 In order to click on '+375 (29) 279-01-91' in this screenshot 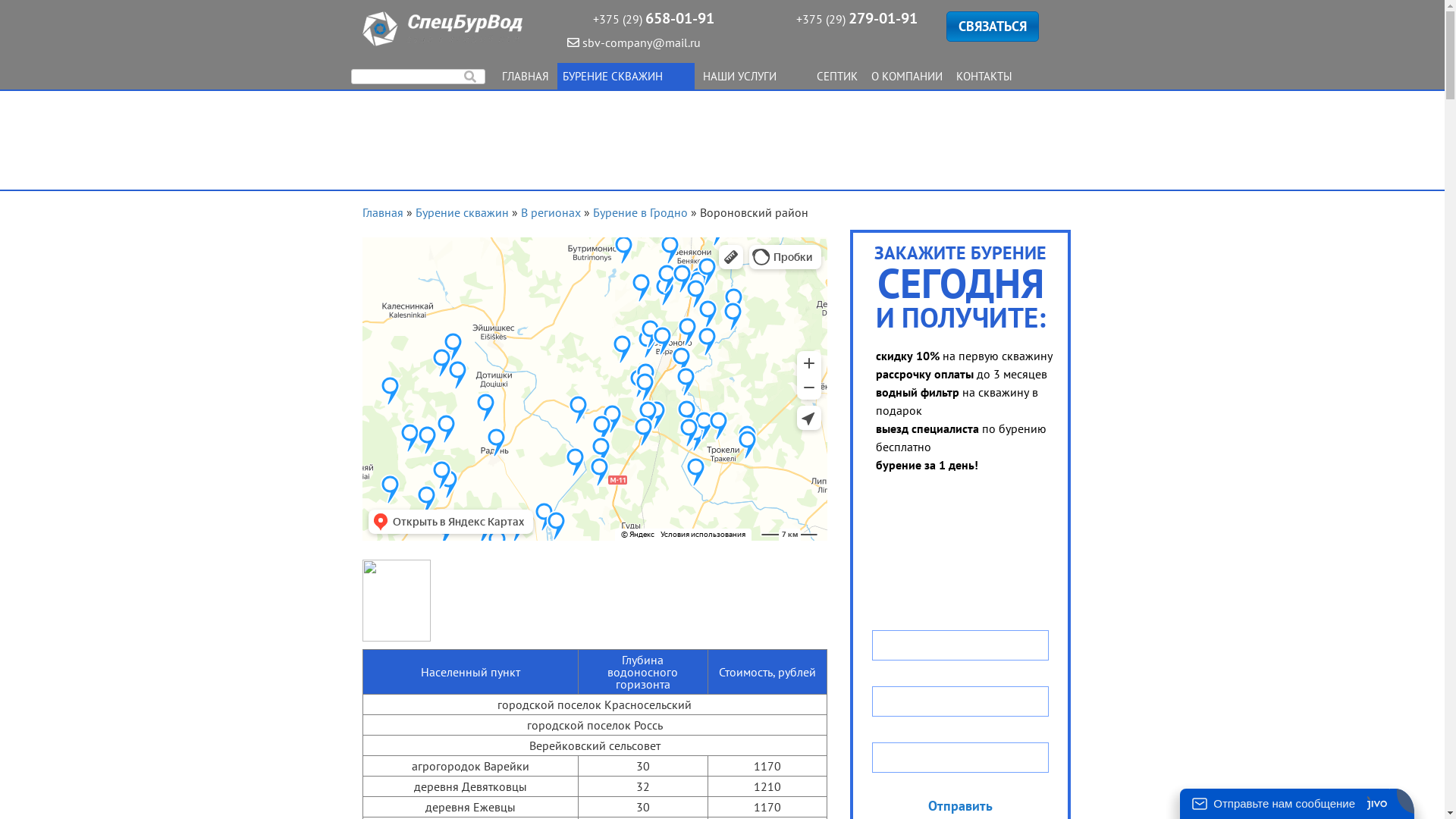, I will do `click(856, 18)`.